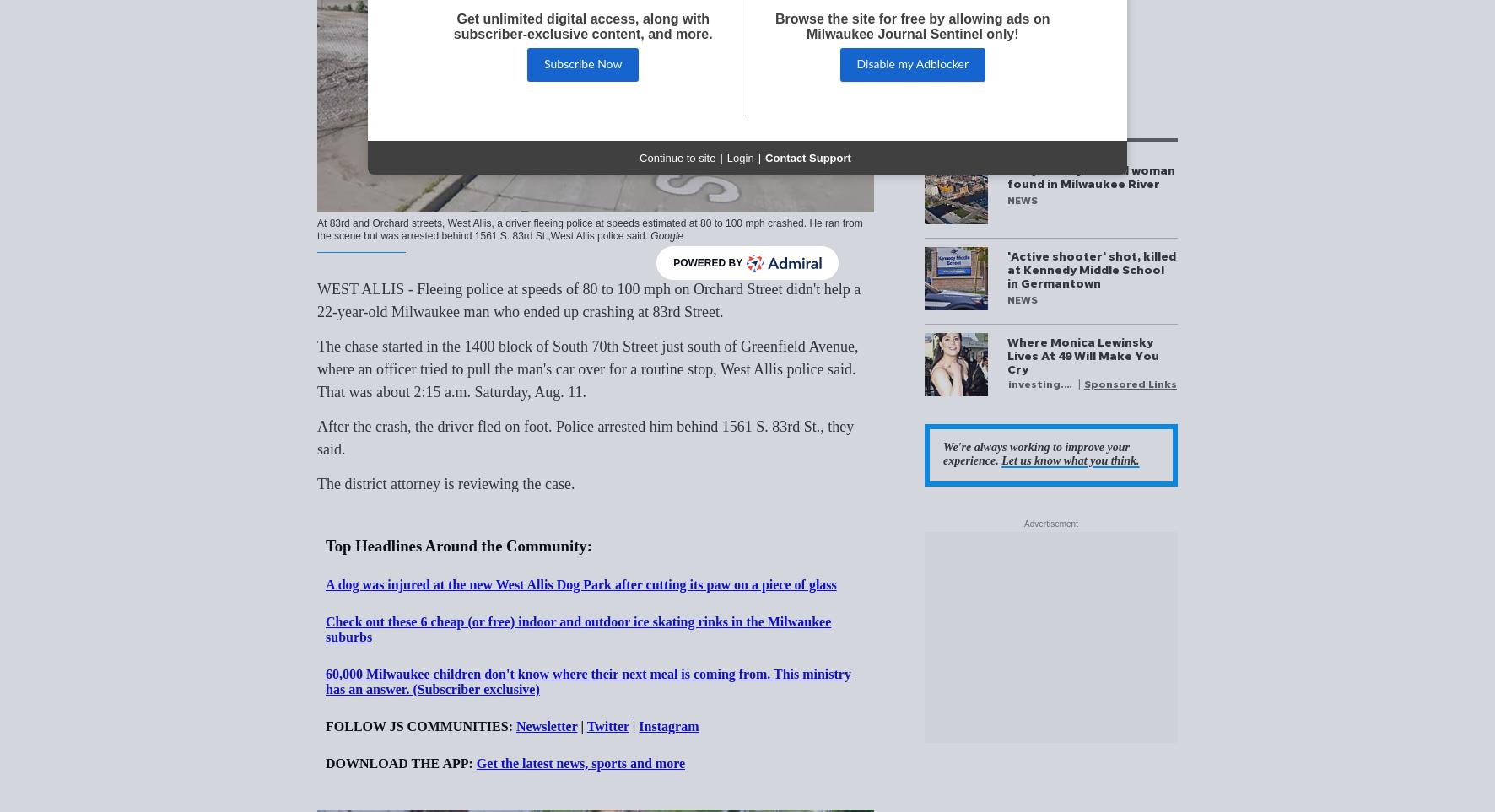 The width and height of the screenshot is (1495, 812). Describe the element at coordinates (708, 263) in the screenshot. I see `'Powered By'` at that location.